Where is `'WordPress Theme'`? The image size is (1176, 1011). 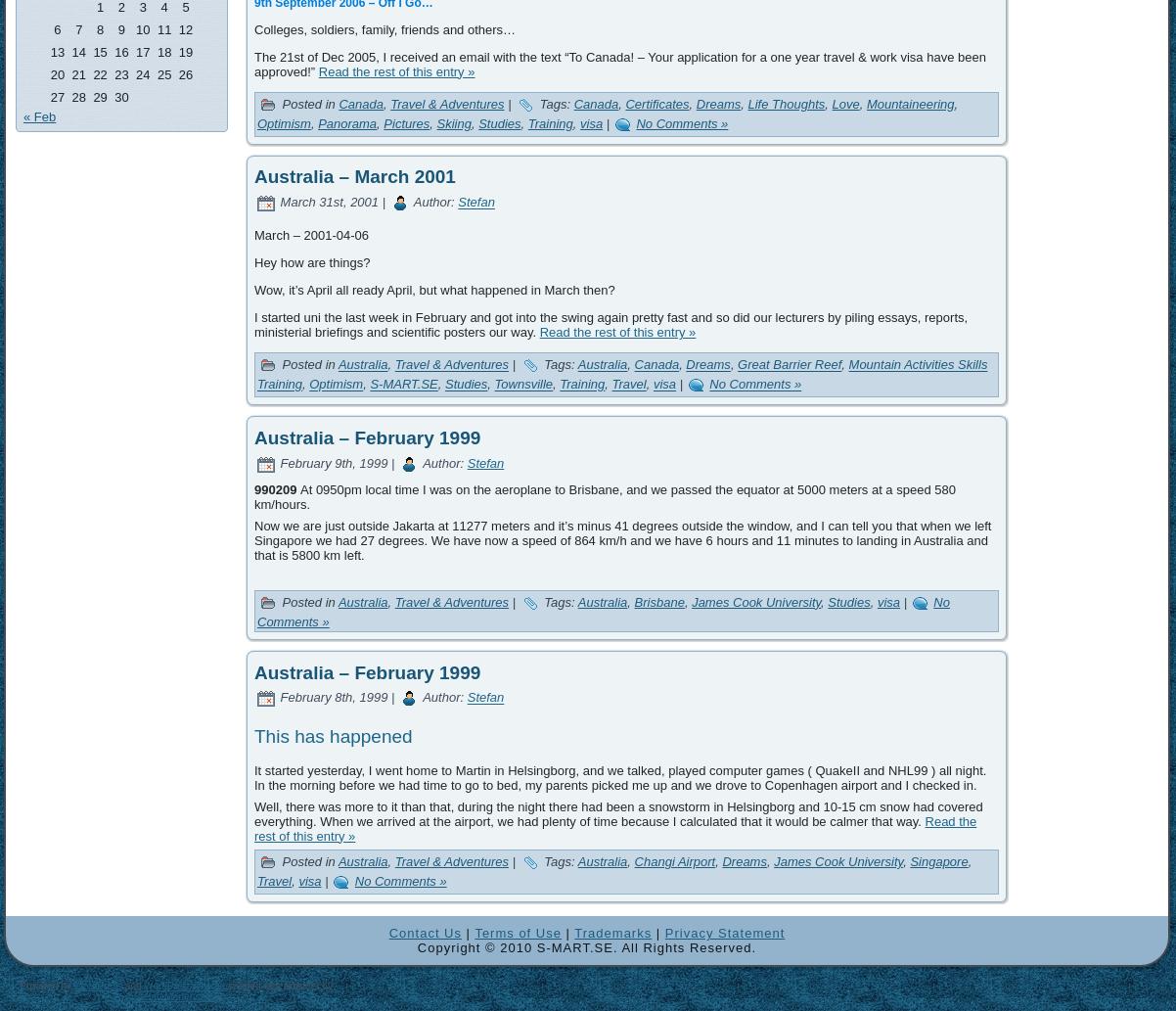 'WordPress Theme' is located at coordinates (184, 985).